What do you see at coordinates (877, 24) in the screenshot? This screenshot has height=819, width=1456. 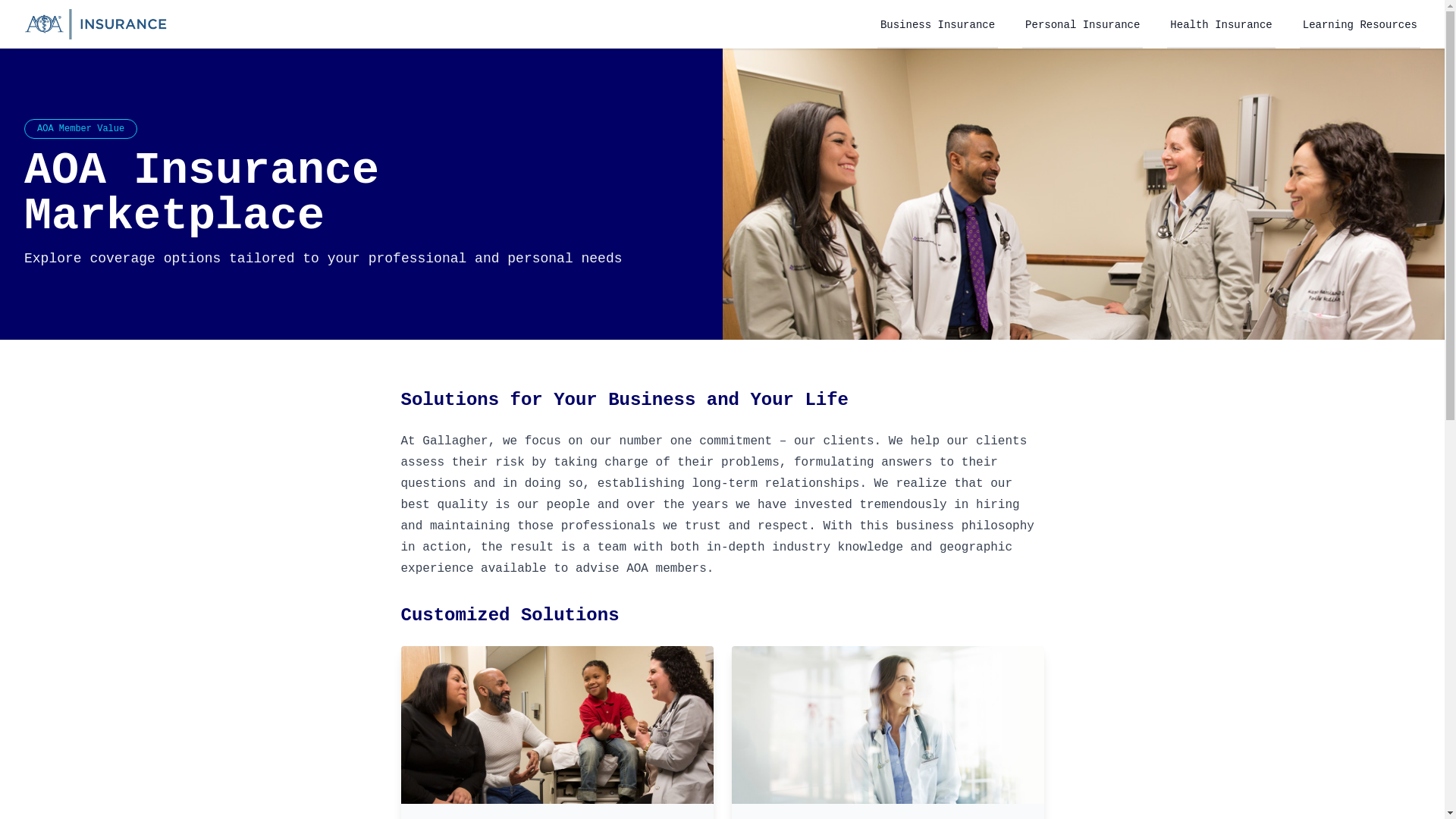 I see `'Business Insurance'` at bounding box center [877, 24].